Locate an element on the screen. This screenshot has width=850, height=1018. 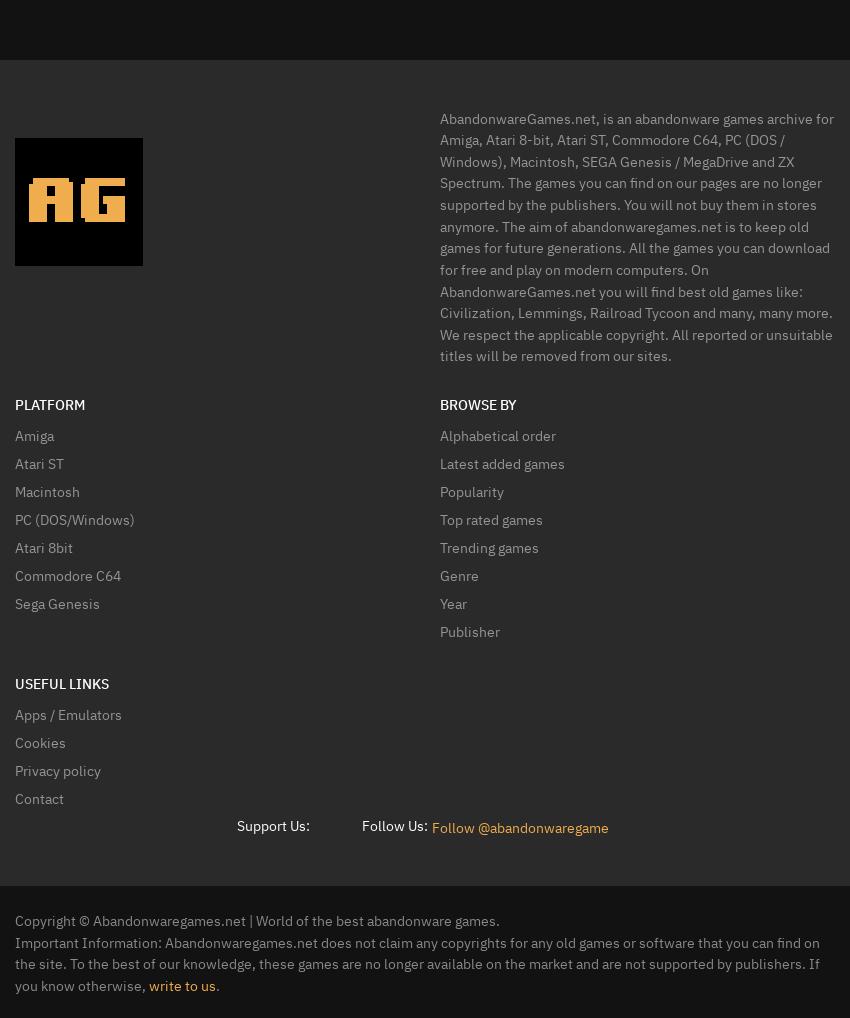
'Cookies' is located at coordinates (39, 740).